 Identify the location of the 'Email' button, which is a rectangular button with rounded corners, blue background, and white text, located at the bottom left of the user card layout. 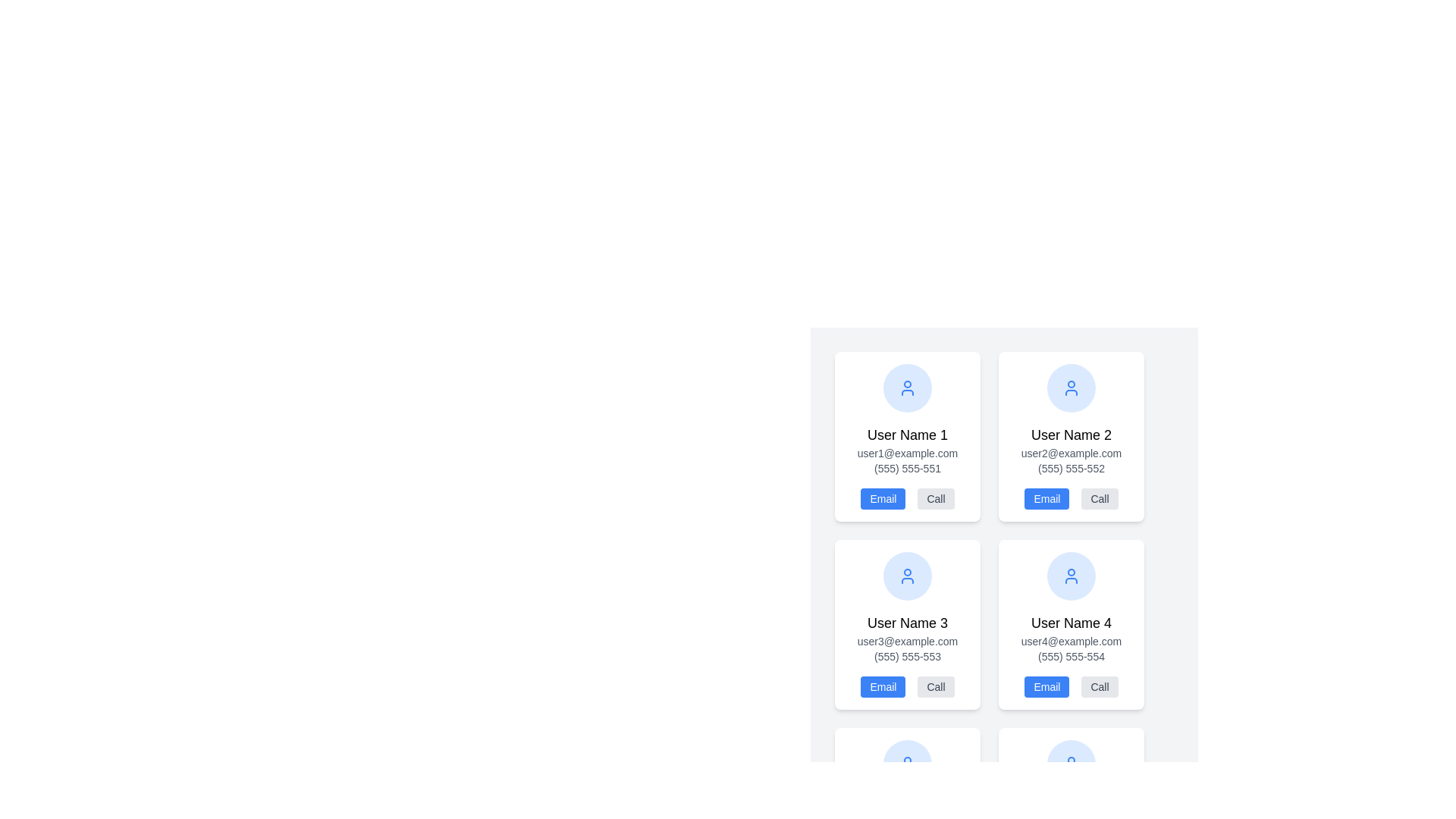
(883, 687).